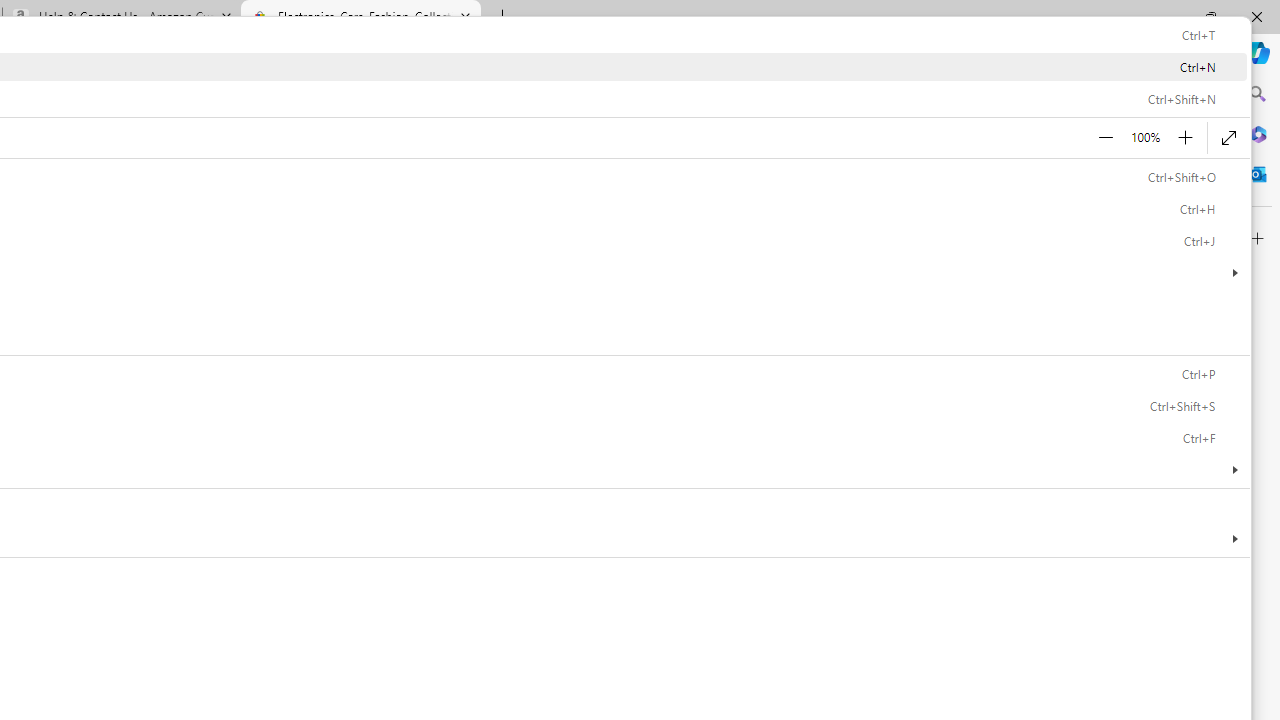  I want to click on 'Close Outlook pane', so click(1257, 173).